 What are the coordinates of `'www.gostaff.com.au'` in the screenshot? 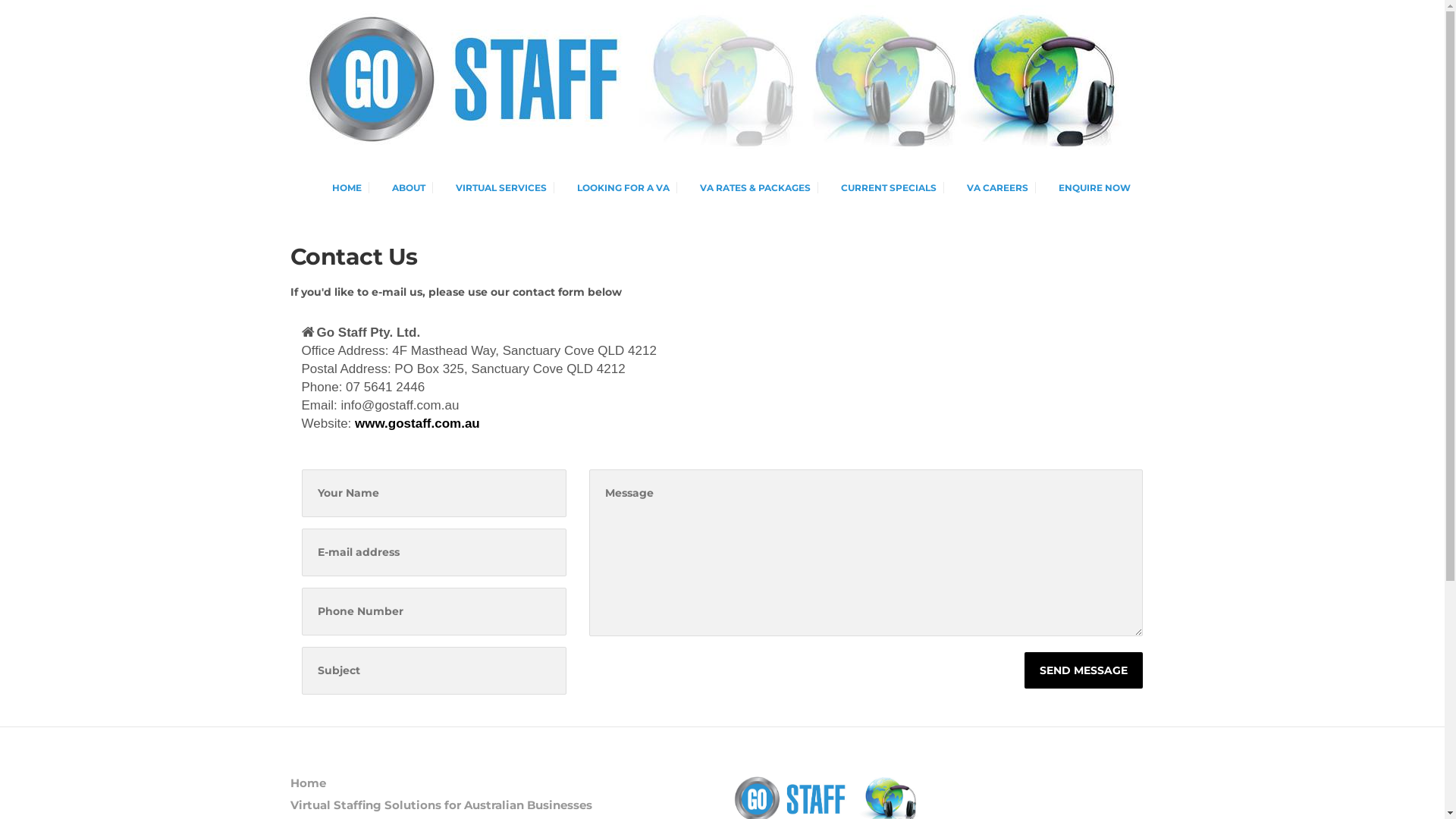 It's located at (417, 423).